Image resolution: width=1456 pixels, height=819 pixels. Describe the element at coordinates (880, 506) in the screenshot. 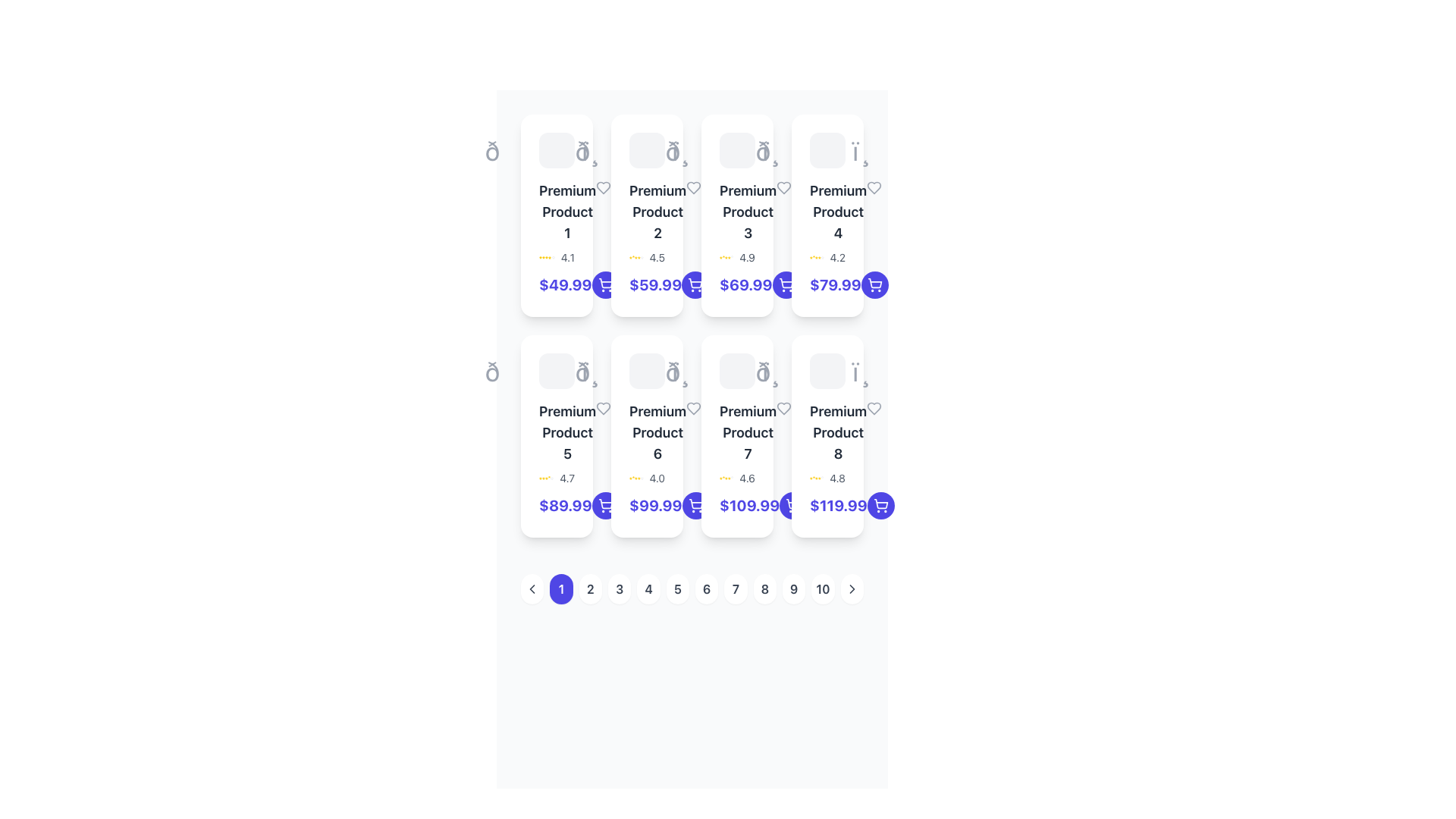

I see `the shopping cart icon located at the bottom right corner of the eighth product card in the grid` at that location.